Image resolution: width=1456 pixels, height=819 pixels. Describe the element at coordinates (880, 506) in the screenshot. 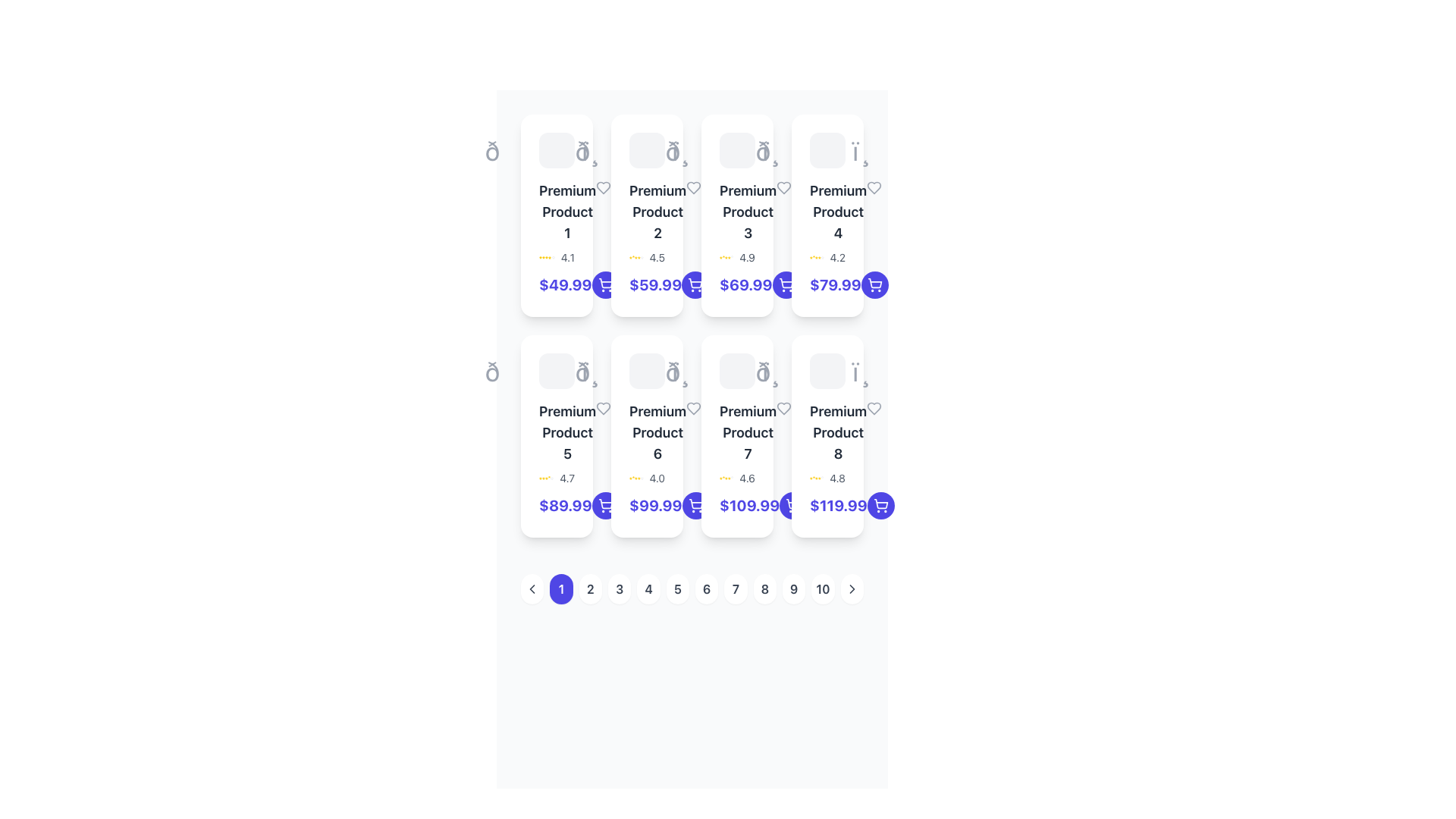

I see `the shopping cart icon located at the bottom right corner of the eighth product card in the grid` at that location.